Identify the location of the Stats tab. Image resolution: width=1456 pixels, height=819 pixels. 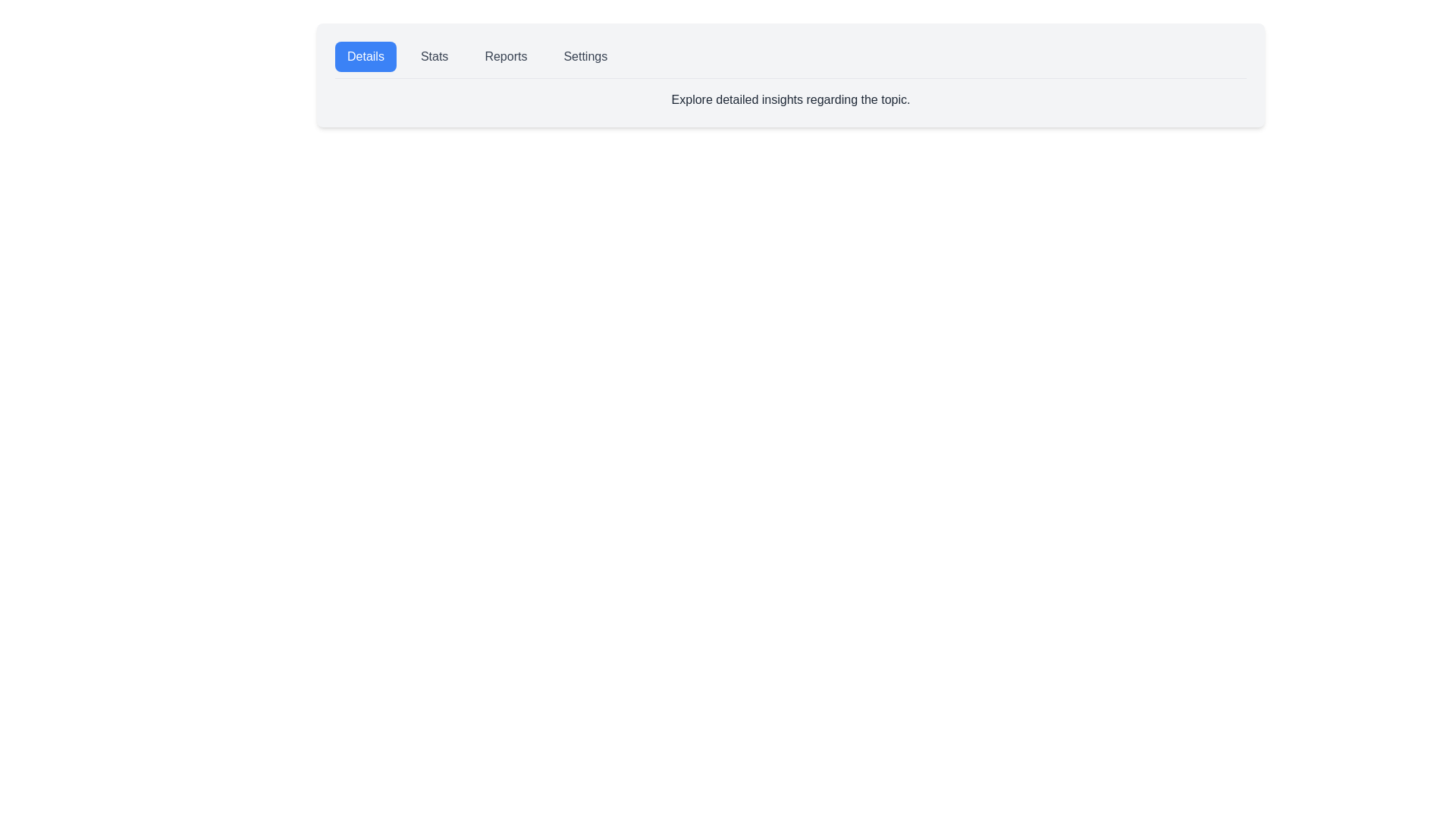
(434, 55).